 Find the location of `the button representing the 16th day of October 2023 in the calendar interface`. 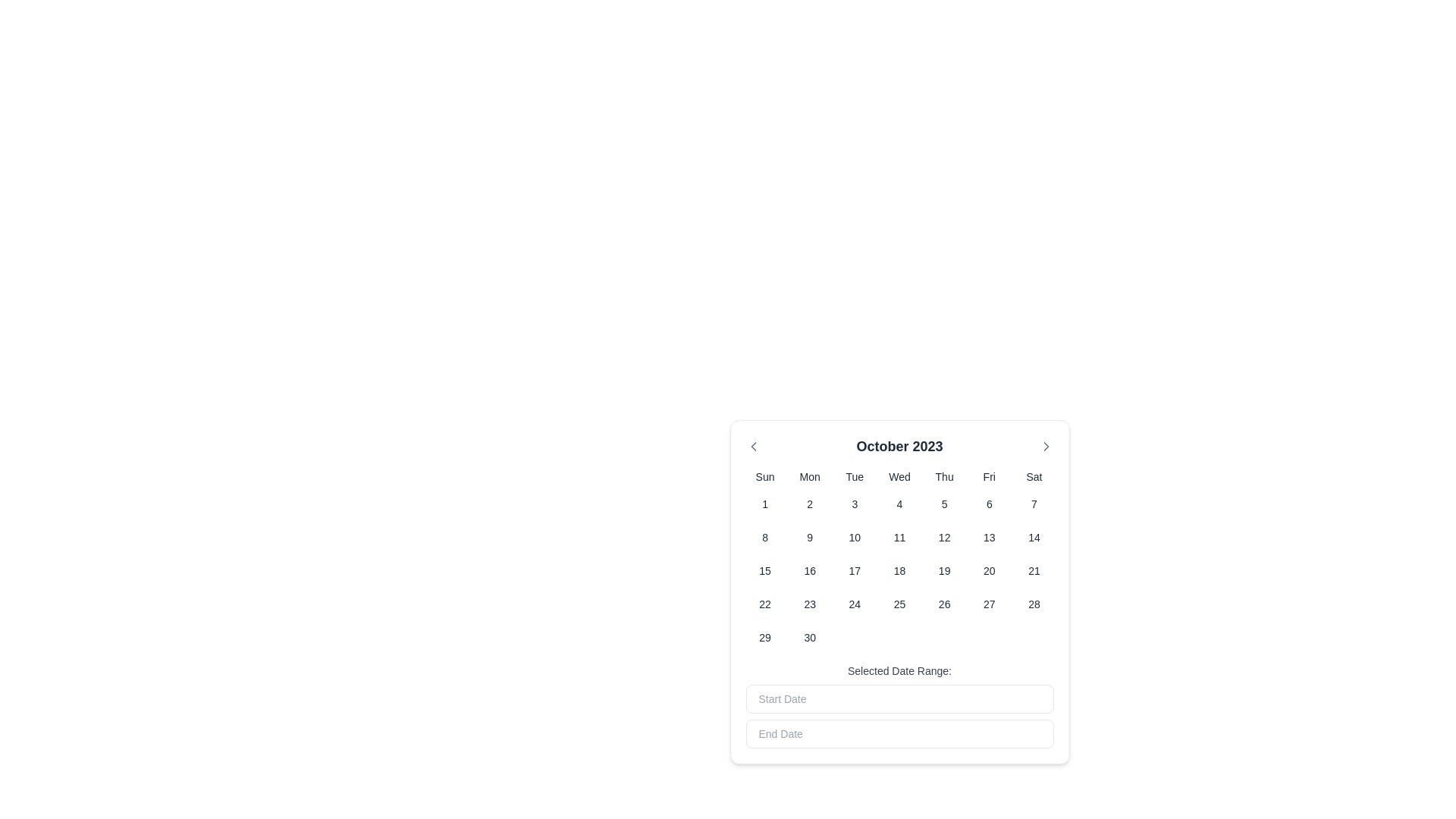

the button representing the 16th day of October 2023 in the calendar interface is located at coordinates (809, 570).